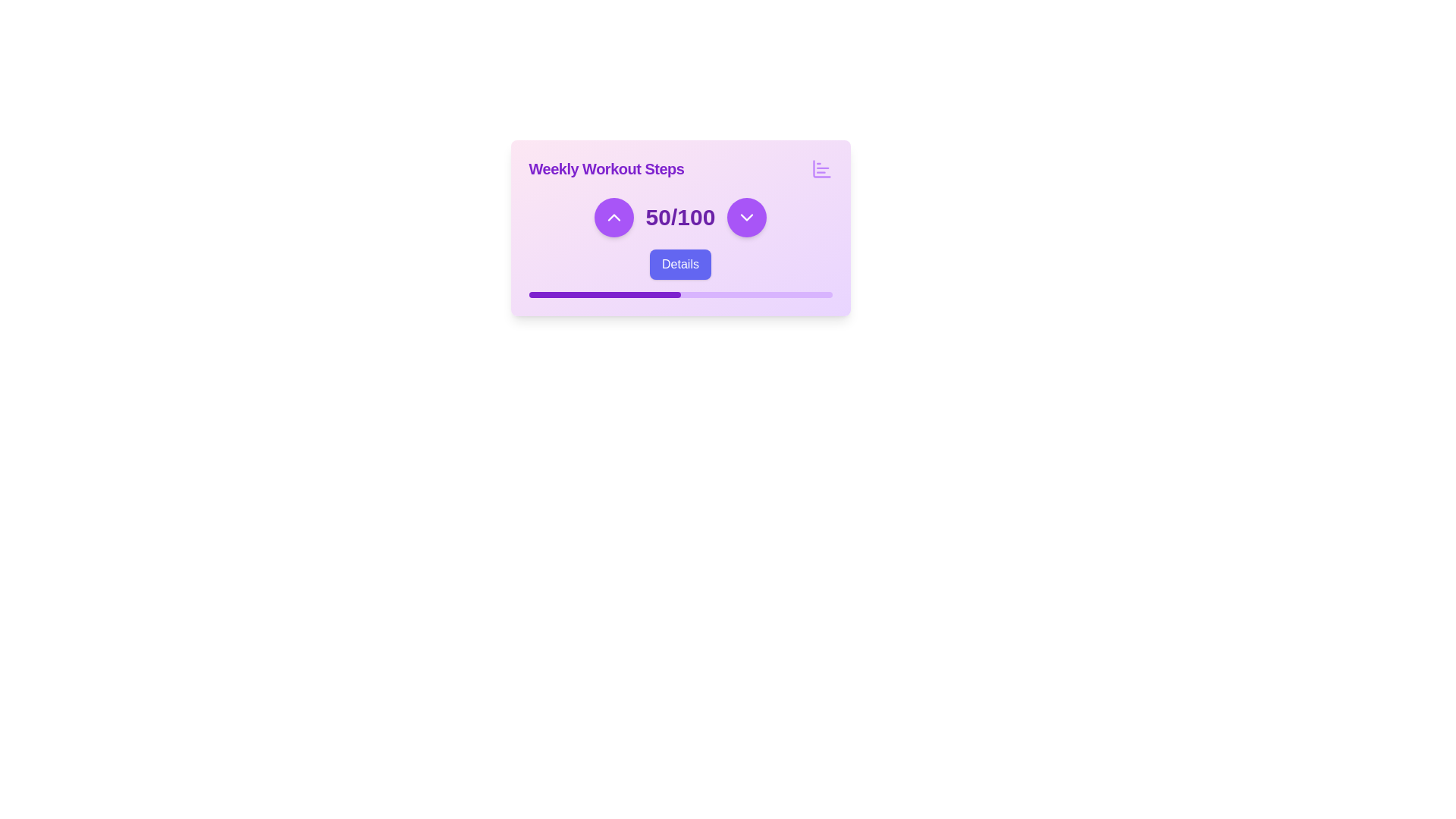  What do you see at coordinates (679, 217) in the screenshot?
I see `the text label displaying '50/100' in a bold purple font, located centrally inside the workout steps summary card` at bounding box center [679, 217].